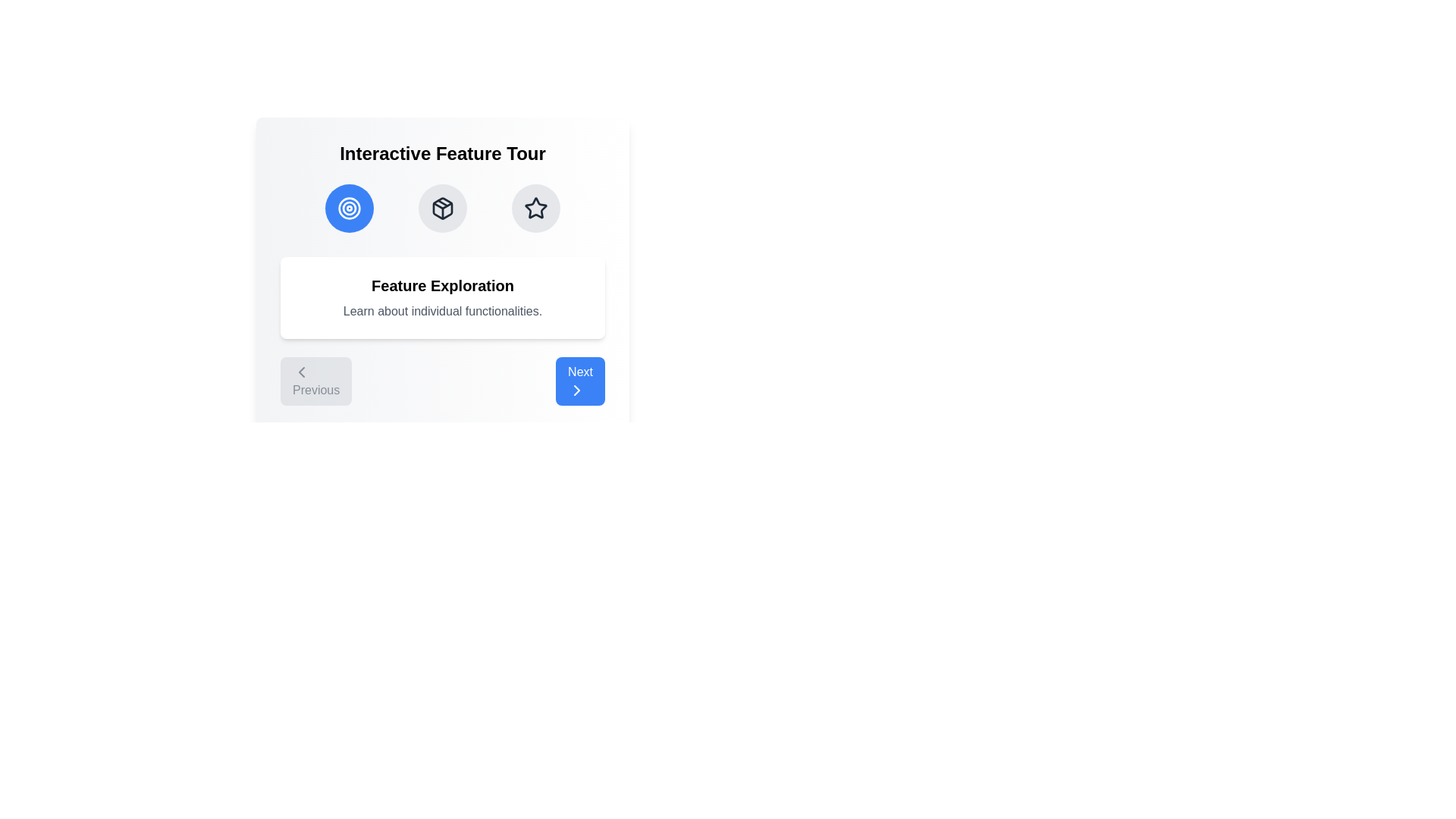  Describe the element at coordinates (576, 390) in the screenshot. I see `the right-pointing chevron icon within the 'Next' button, which is styled in blue and white and located at the bottom-right corner of the interface` at that location.